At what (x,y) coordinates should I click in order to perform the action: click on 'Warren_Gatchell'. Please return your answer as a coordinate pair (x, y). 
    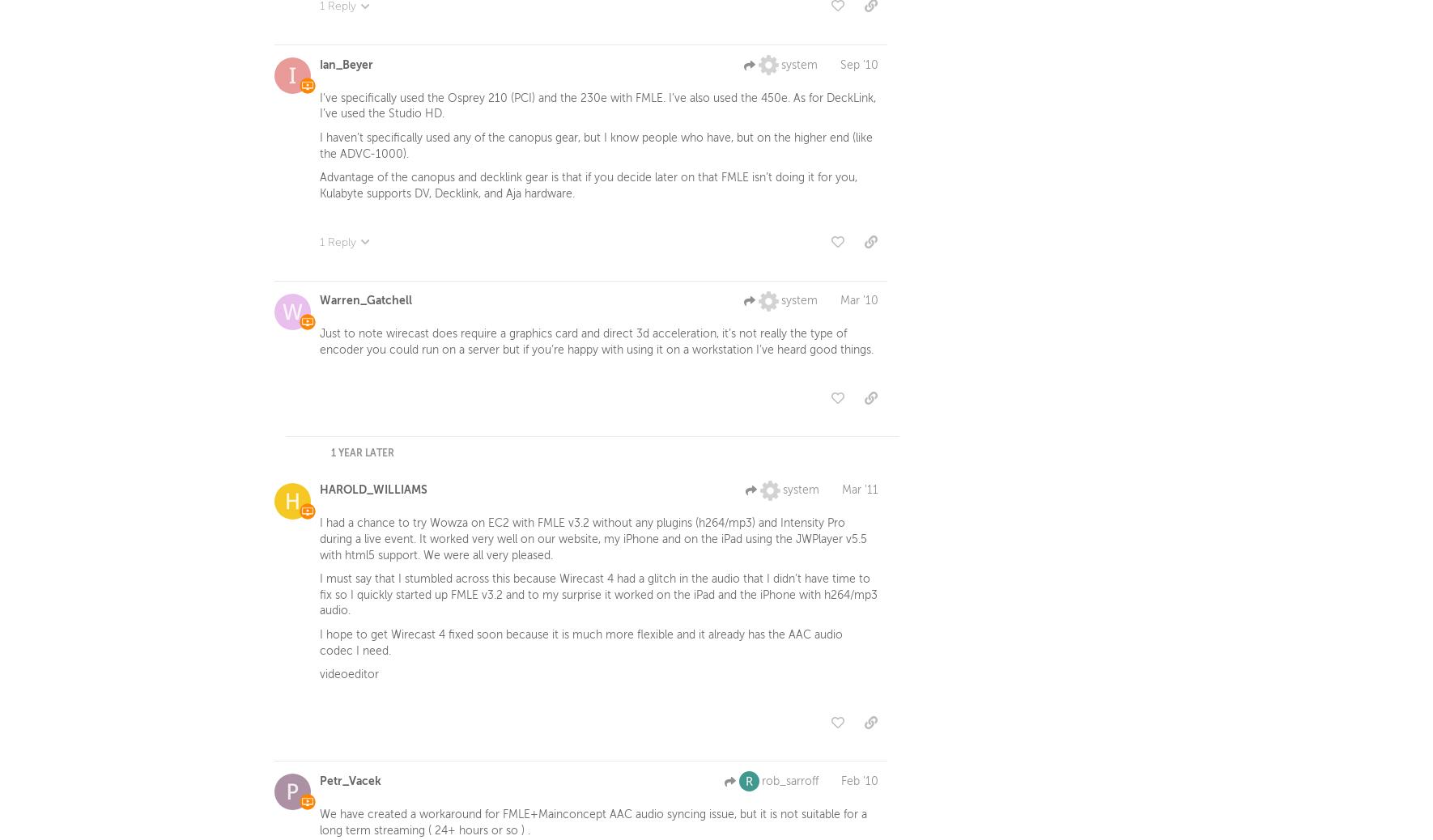
    Looking at the image, I should click on (366, 303).